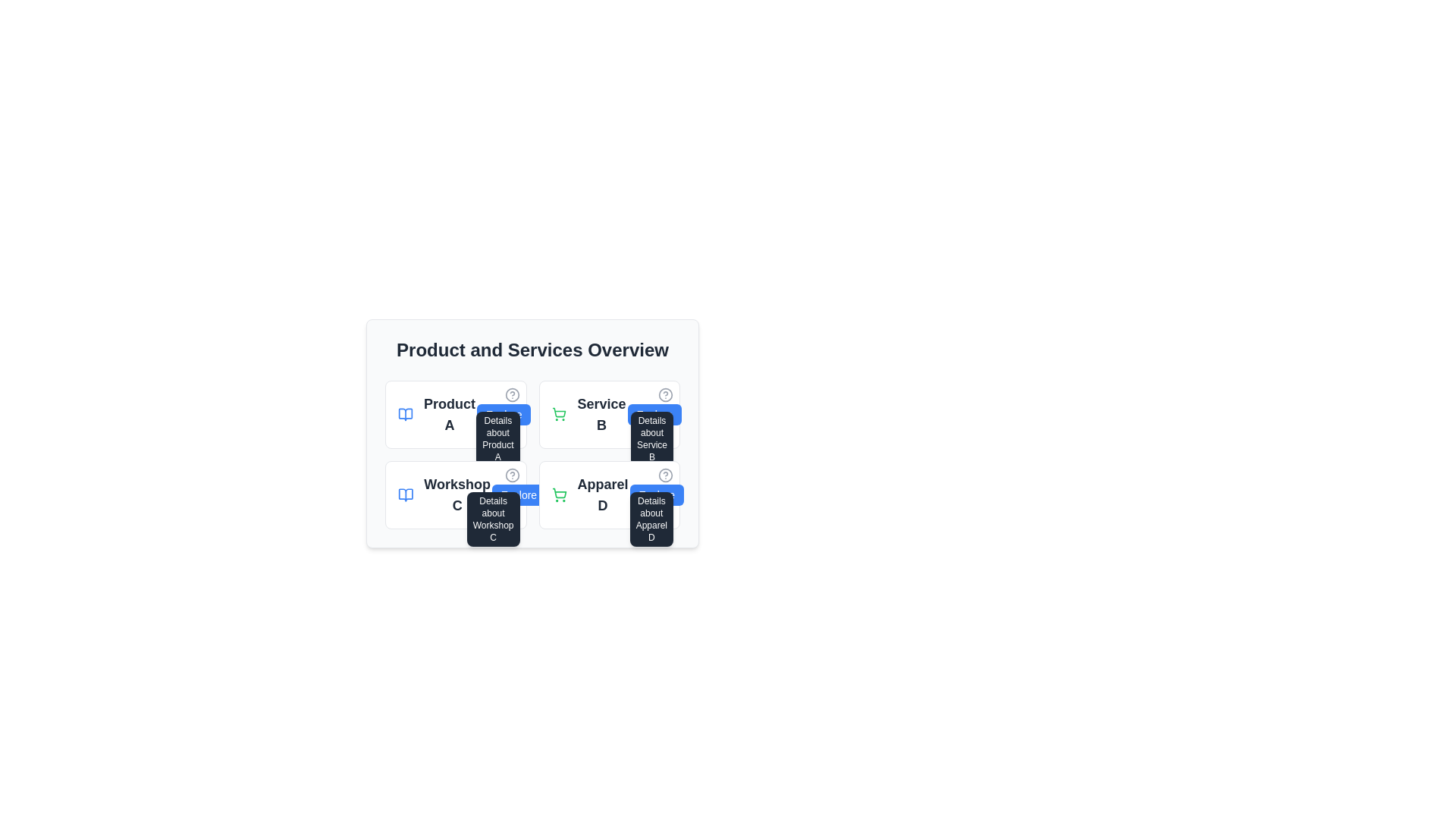 The width and height of the screenshot is (1456, 819). Describe the element at coordinates (532, 454) in the screenshot. I see `details presented in the 'Workshop C' card layout located in the bottom-left position of the grid layout under the 'Product and Services Overview' header` at that location.